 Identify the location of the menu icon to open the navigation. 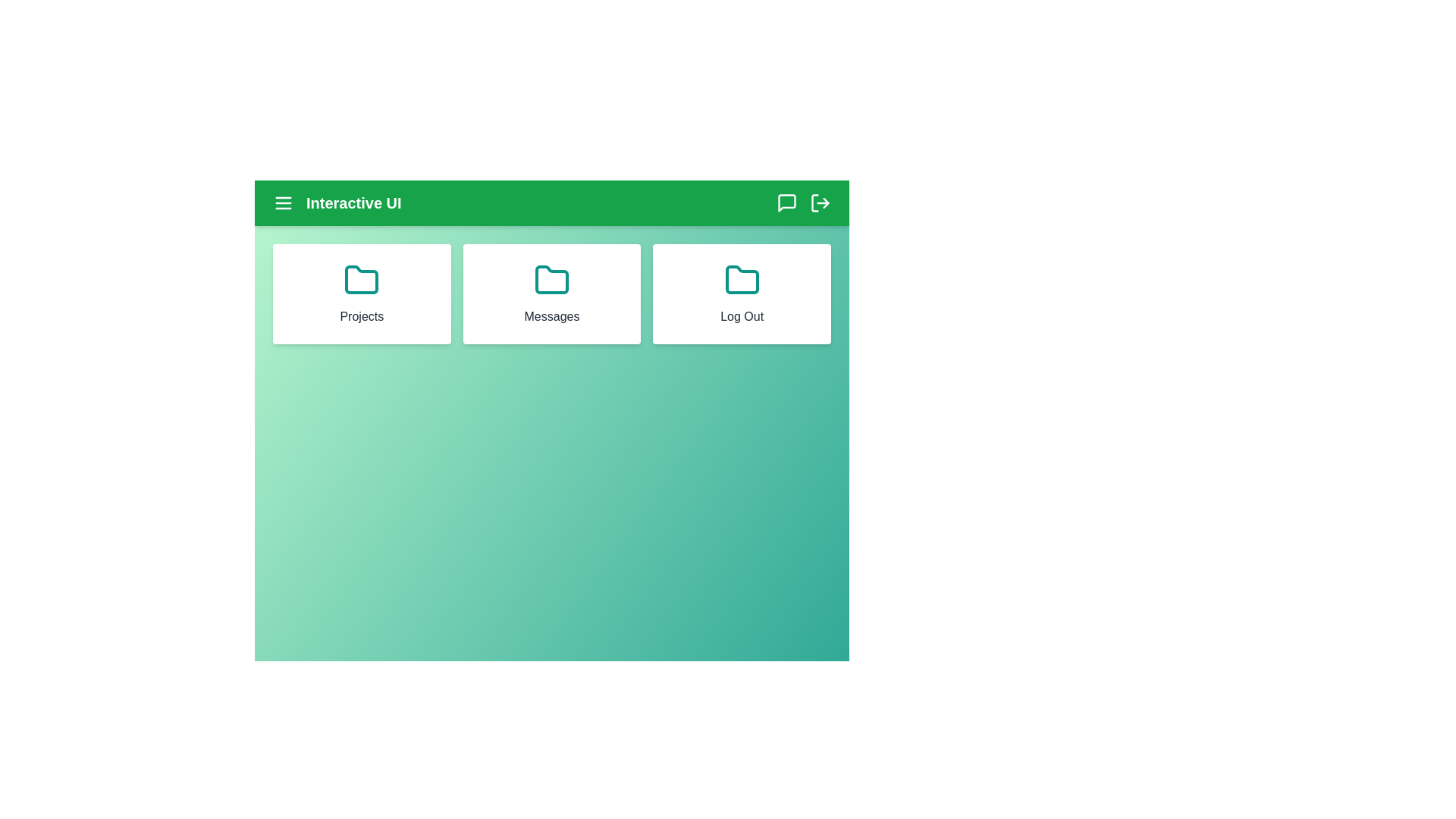
(284, 202).